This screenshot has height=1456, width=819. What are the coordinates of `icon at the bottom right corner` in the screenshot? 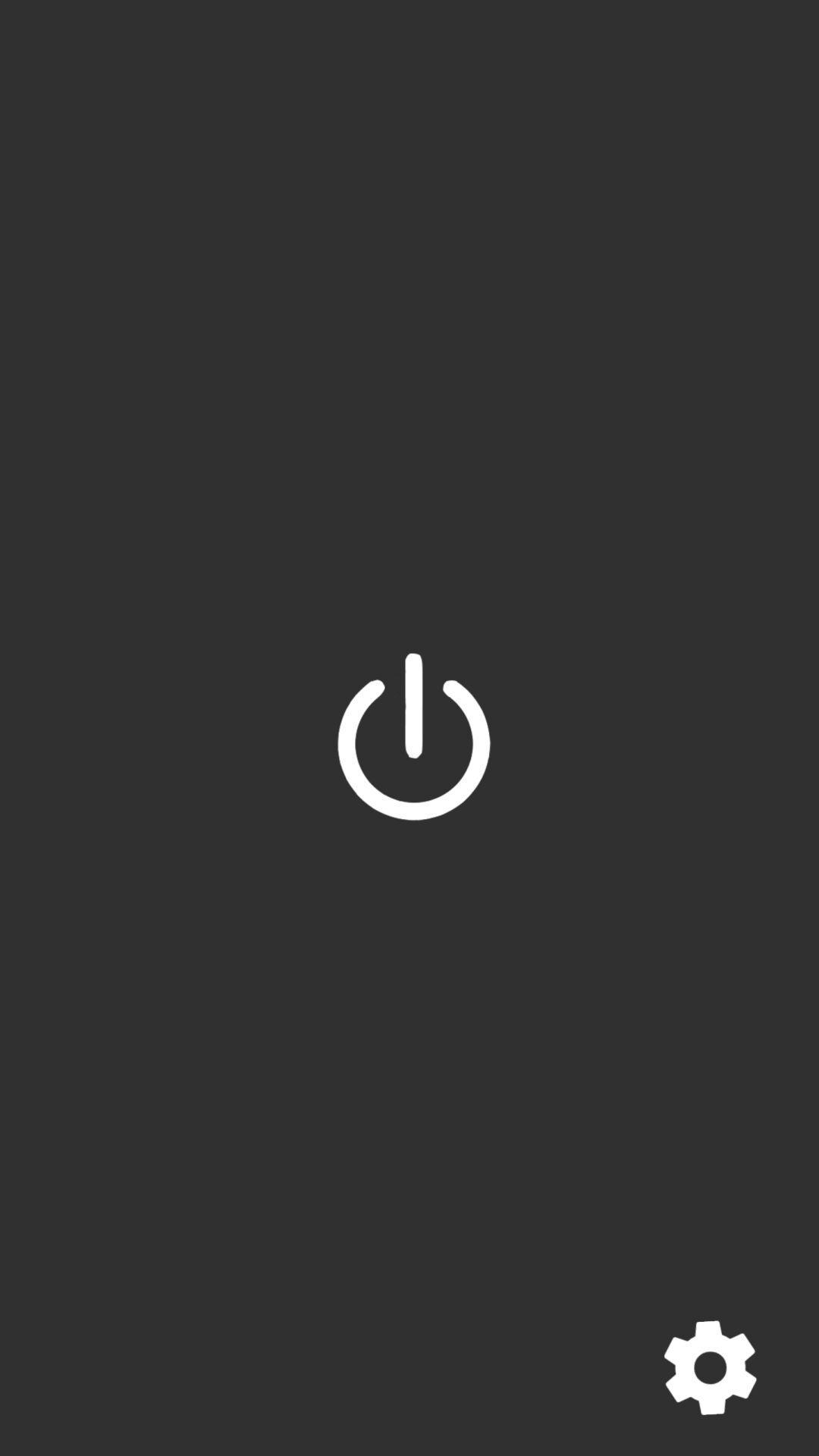 It's located at (710, 1367).